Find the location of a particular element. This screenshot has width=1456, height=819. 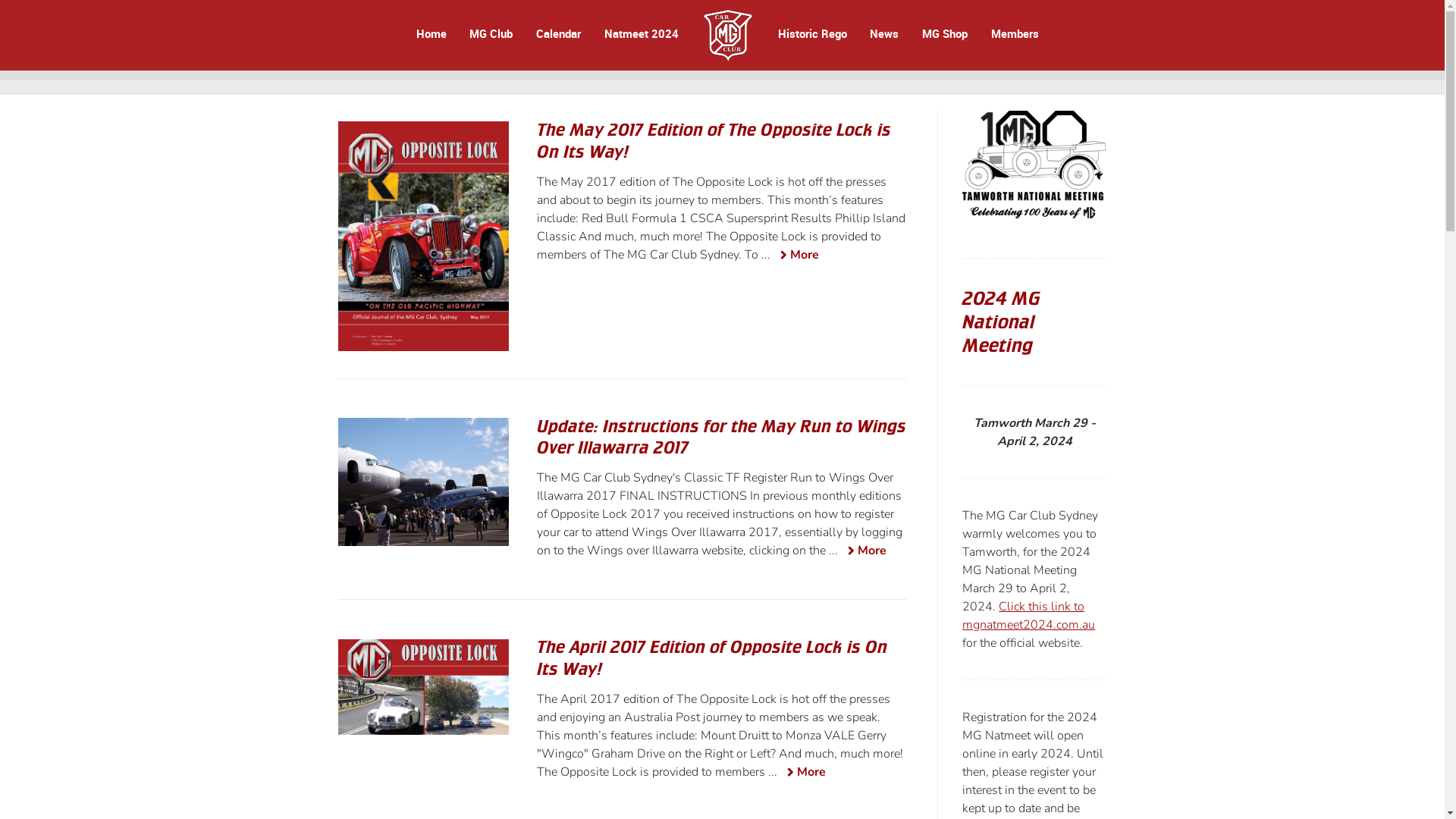

'Natmeet 2024' is located at coordinates (641, 33).